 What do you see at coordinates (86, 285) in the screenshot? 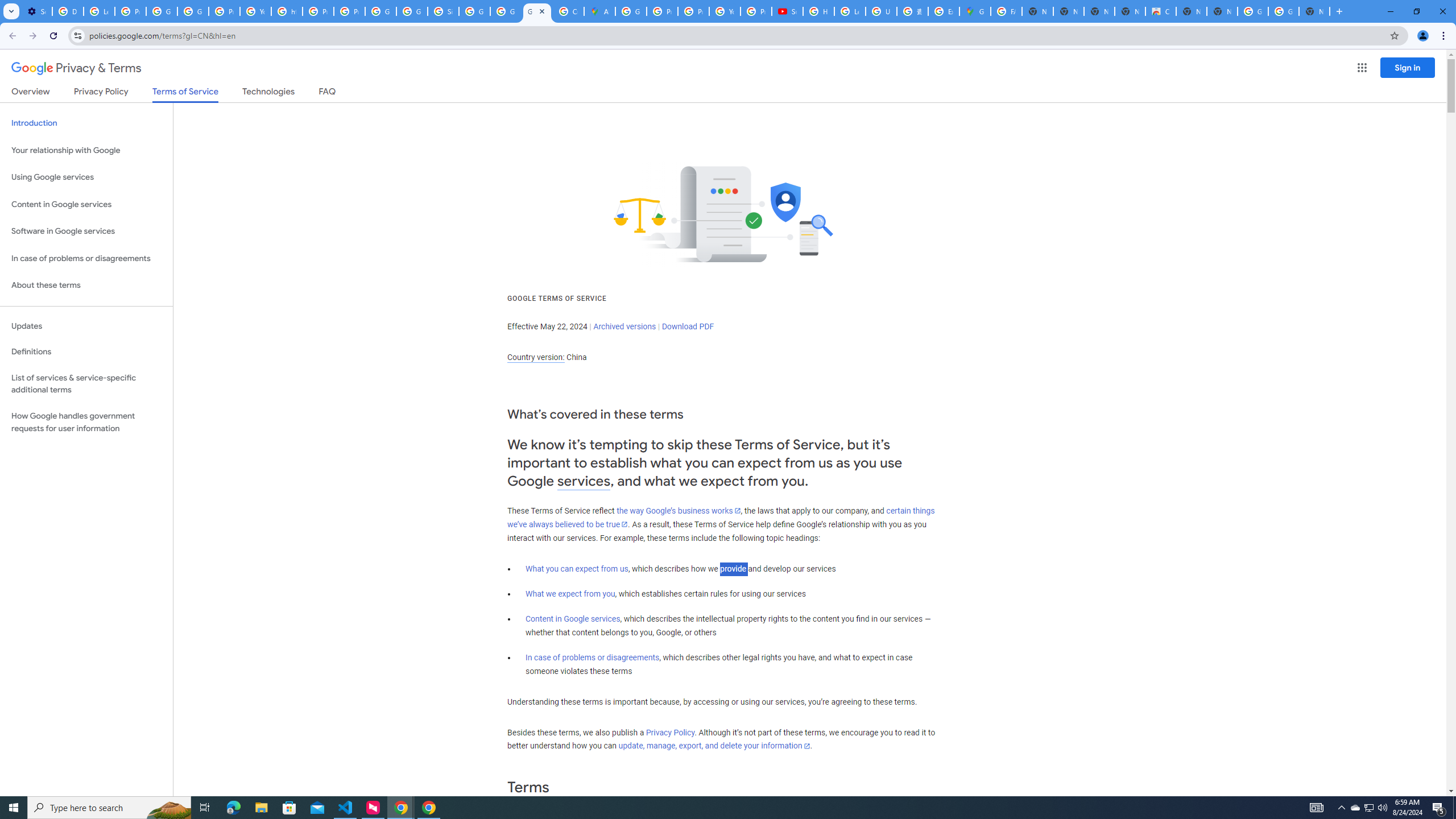
I see `'About these terms'` at bounding box center [86, 285].